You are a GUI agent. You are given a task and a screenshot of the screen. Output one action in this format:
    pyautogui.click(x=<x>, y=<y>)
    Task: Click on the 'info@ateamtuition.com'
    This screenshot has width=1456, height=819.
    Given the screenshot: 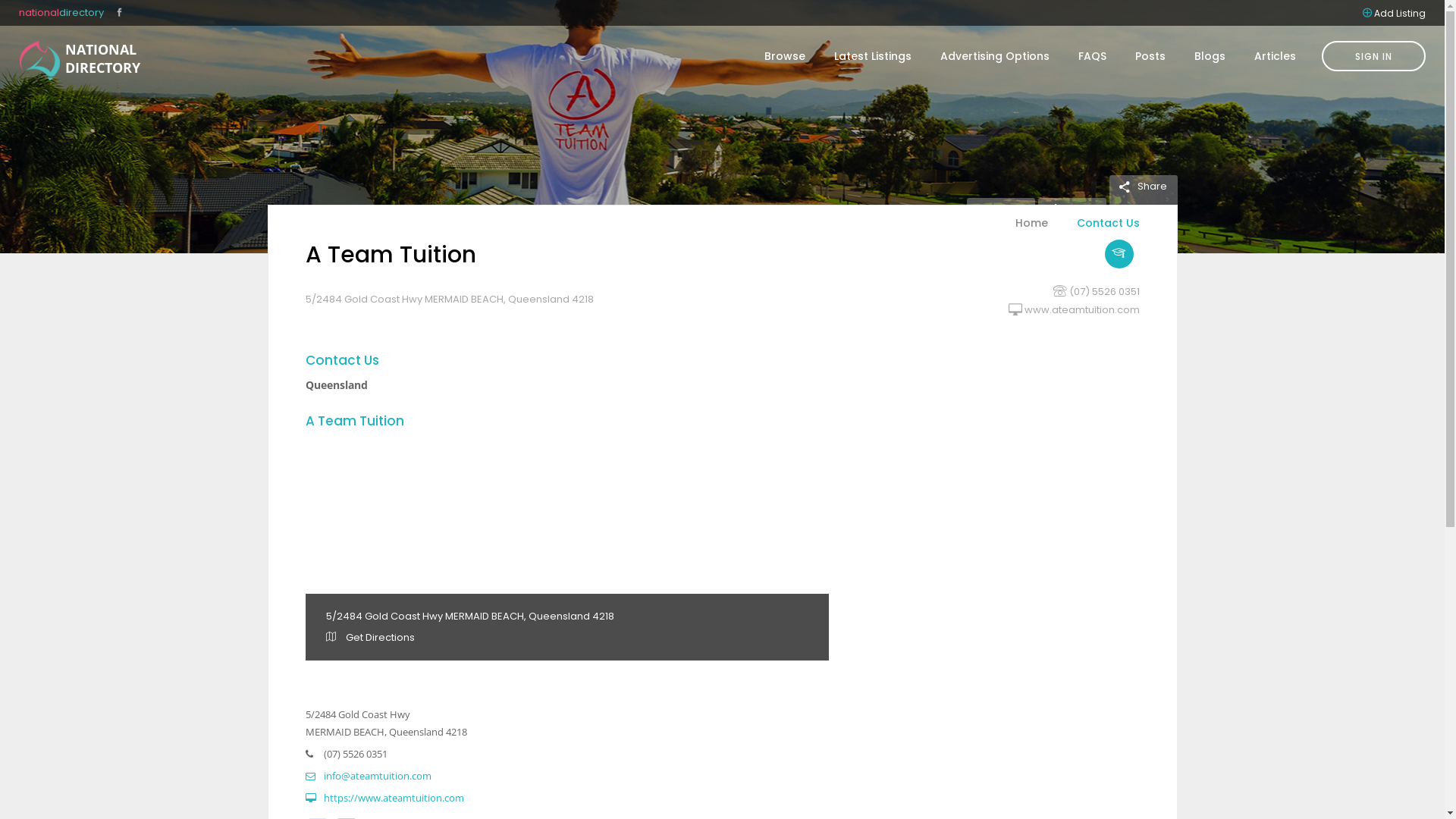 What is the action you would take?
    pyautogui.click(x=367, y=775)
    